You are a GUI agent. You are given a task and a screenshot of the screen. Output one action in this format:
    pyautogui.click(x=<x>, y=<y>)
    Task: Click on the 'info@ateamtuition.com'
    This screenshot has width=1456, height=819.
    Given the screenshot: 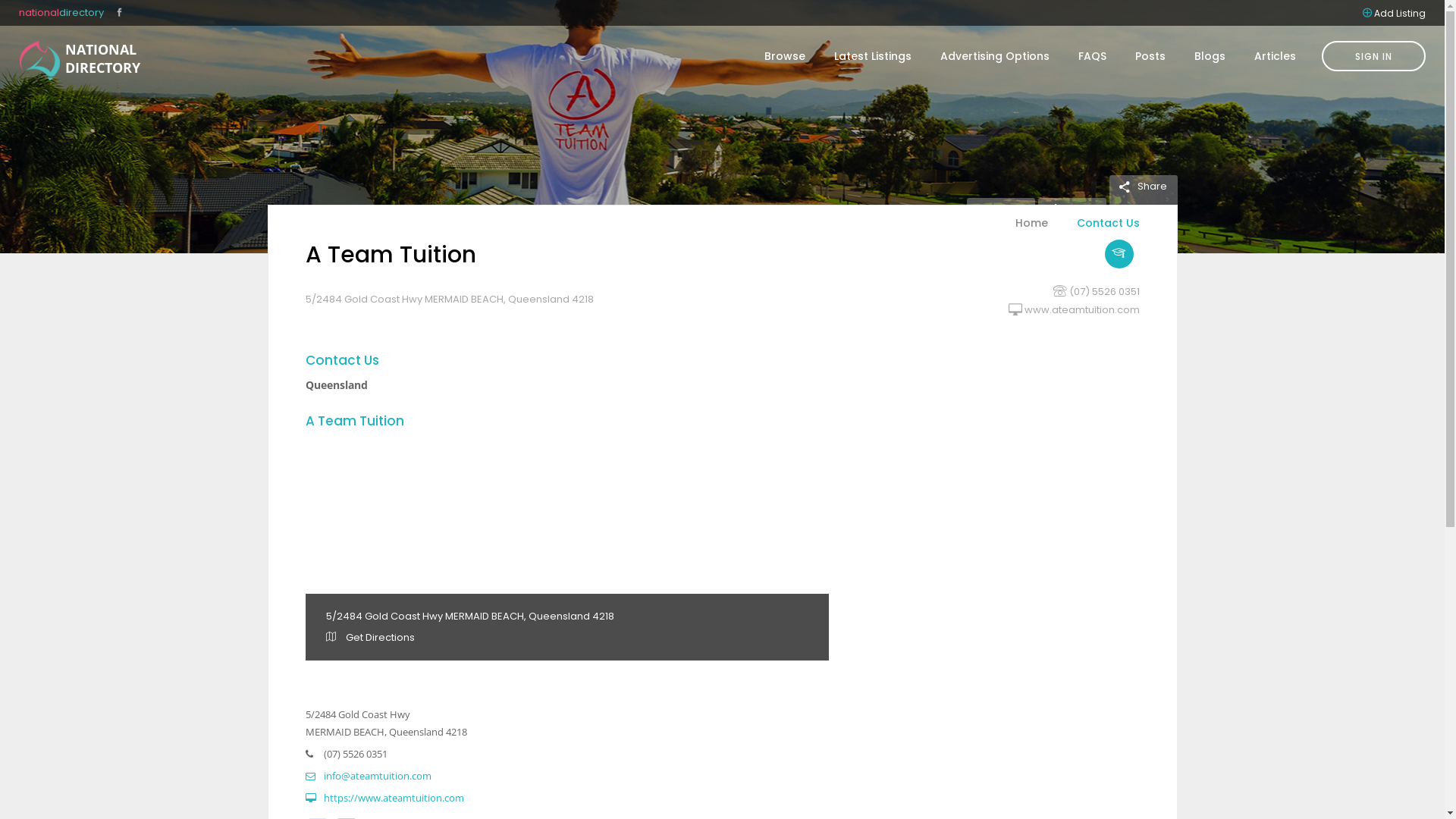 What is the action you would take?
    pyautogui.click(x=367, y=775)
    